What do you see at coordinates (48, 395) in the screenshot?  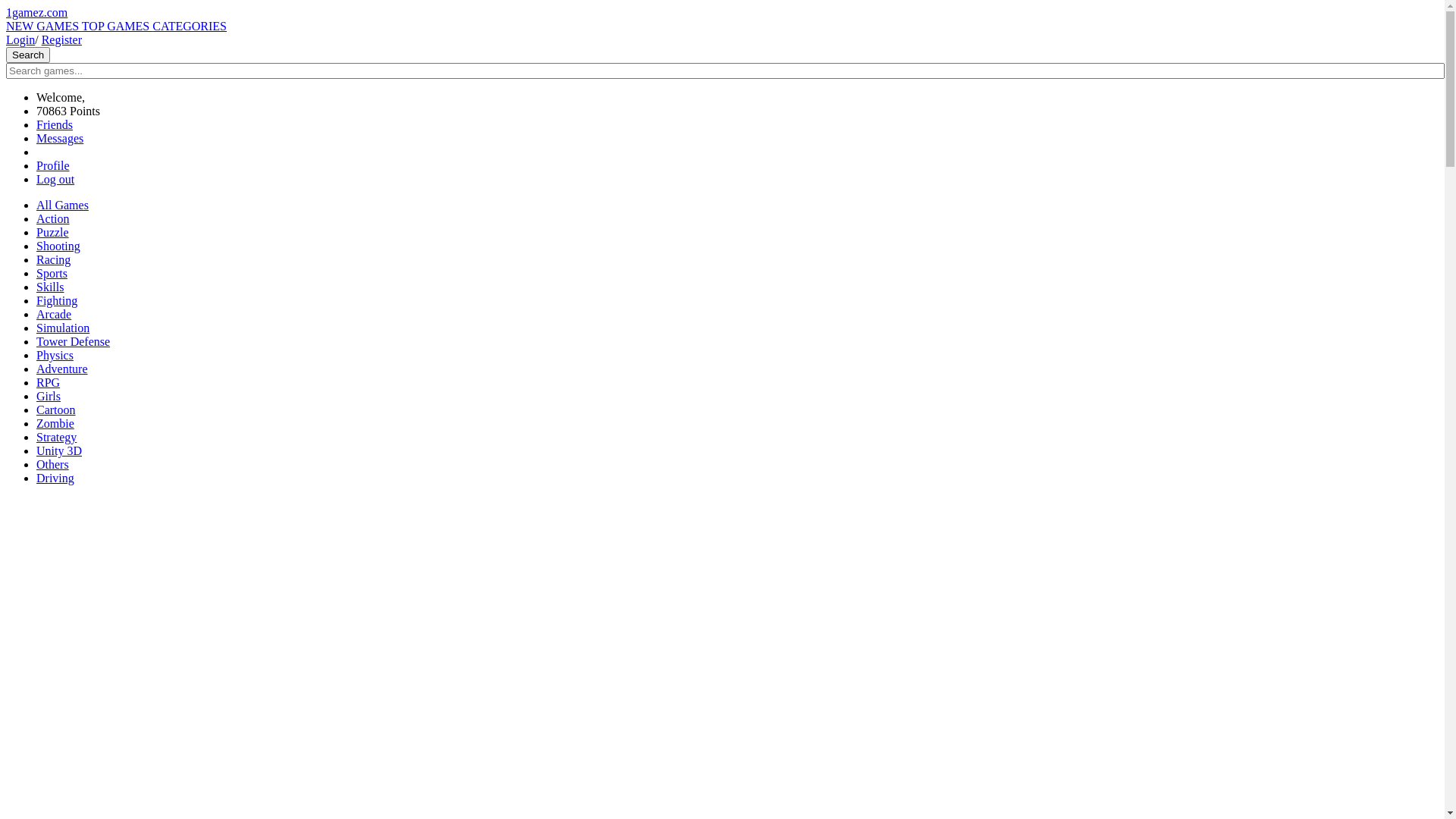 I see `'Girls'` at bounding box center [48, 395].